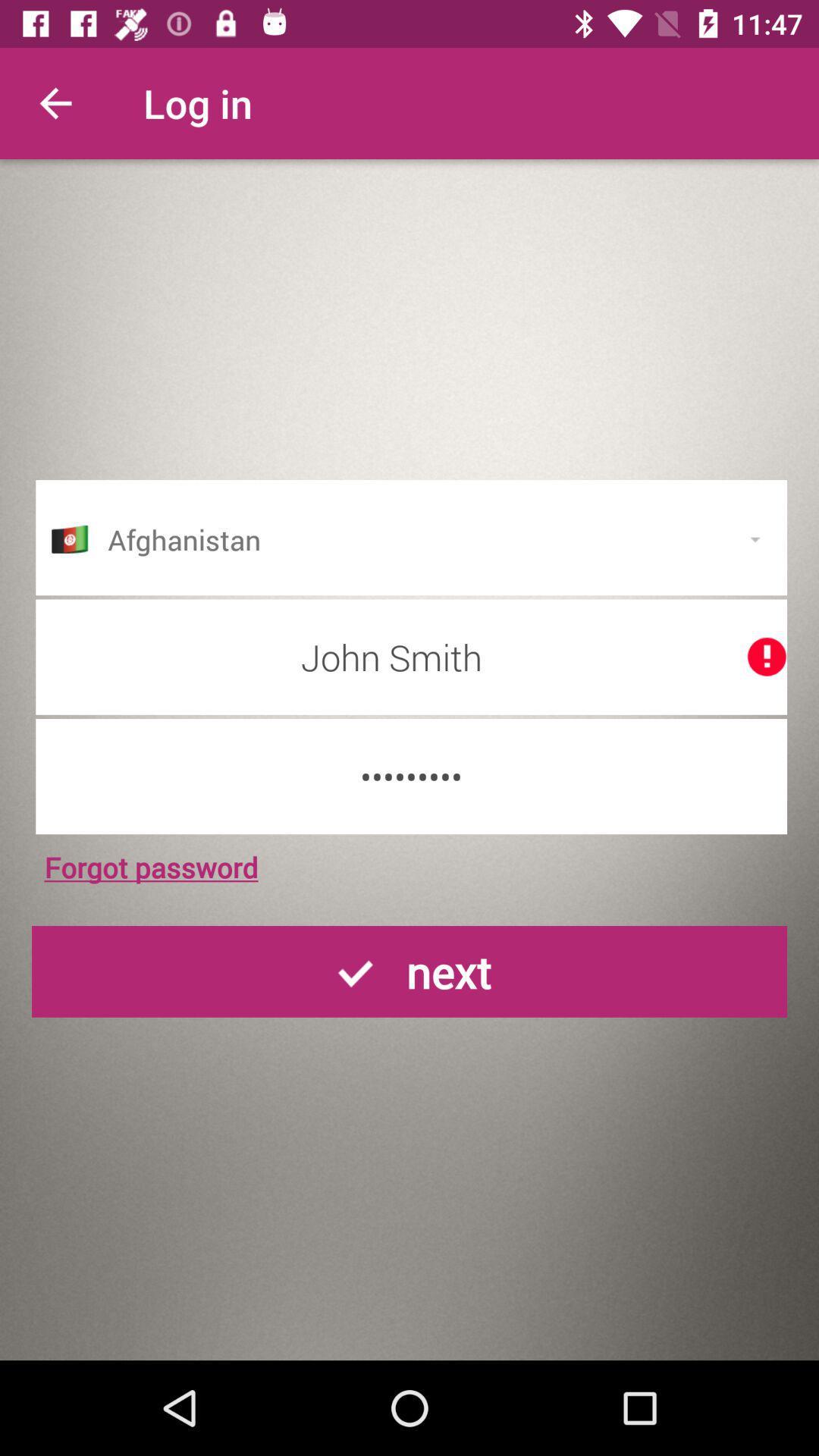  What do you see at coordinates (55, 102) in the screenshot?
I see `icon above the afghanistan` at bounding box center [55, 102].